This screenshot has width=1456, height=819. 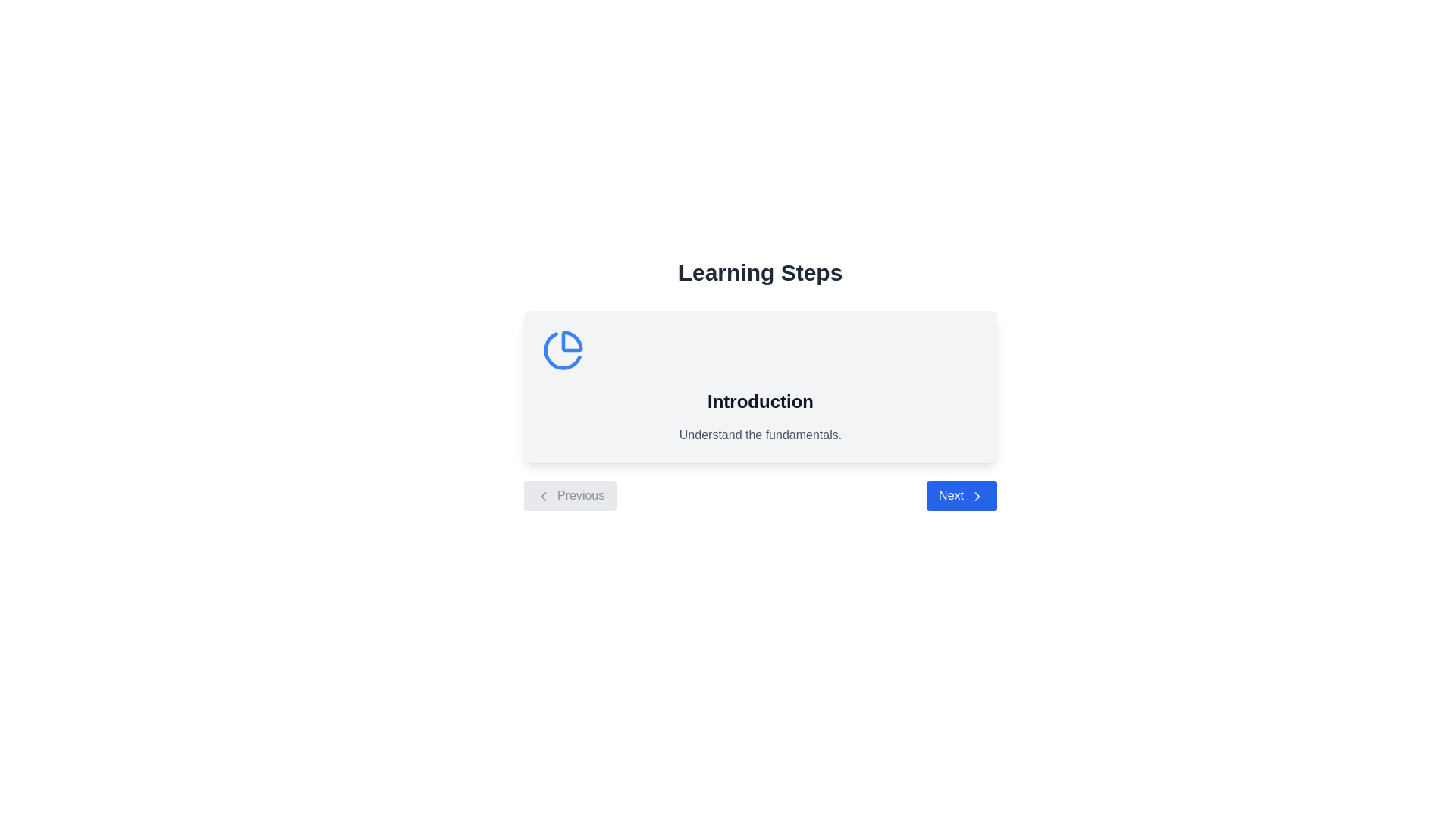 What do you see at coordinates (571, 341) in the screenshot?
I see `the first segment of the pie chart icon, which is styled with a blue outline and located to the left of the 'Introduction' title in the Learning Steps interface` at bounding box center [571, 341].